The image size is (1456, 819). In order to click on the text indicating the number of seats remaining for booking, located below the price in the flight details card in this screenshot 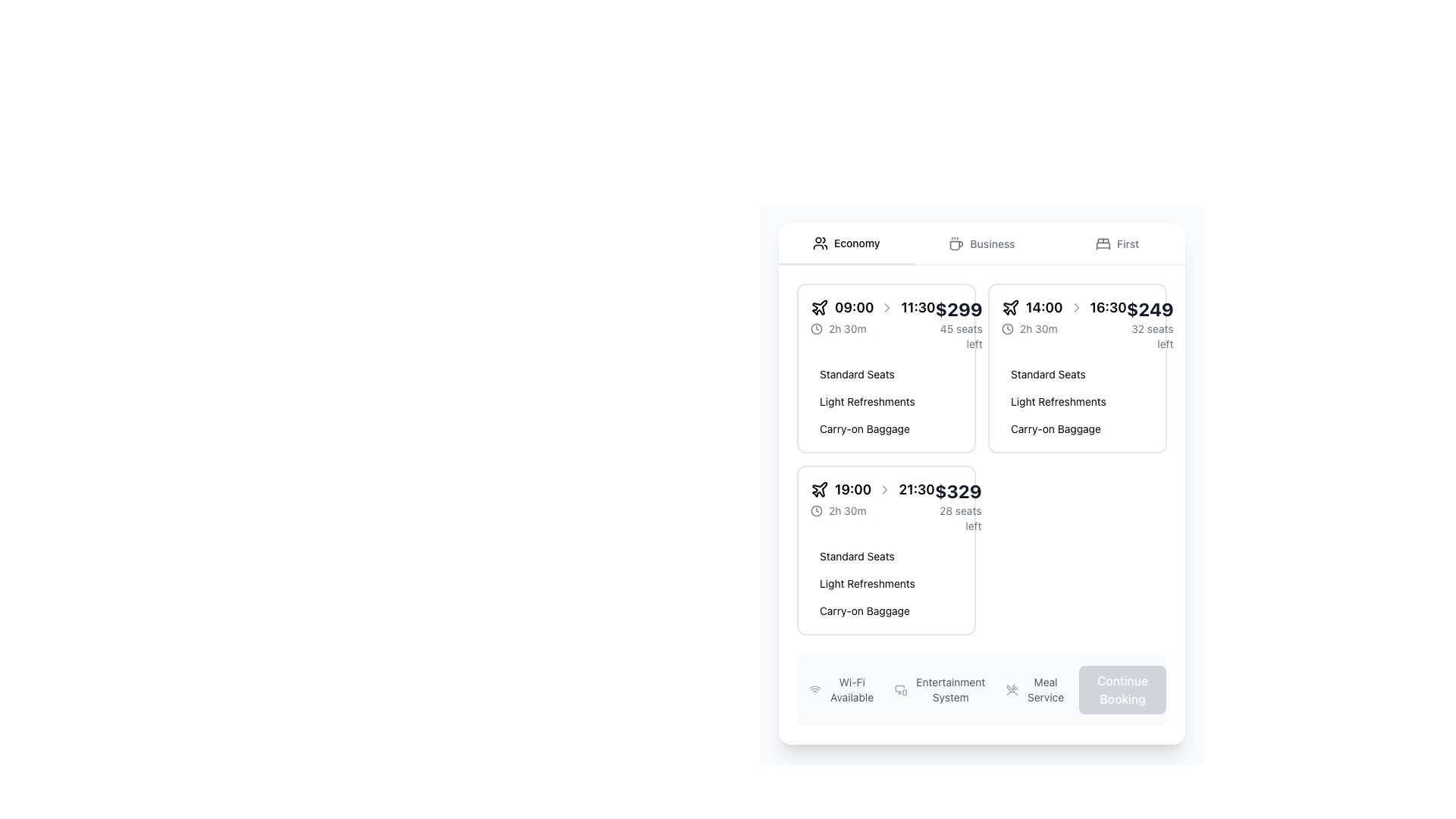, I will do `click(958, 324)`.